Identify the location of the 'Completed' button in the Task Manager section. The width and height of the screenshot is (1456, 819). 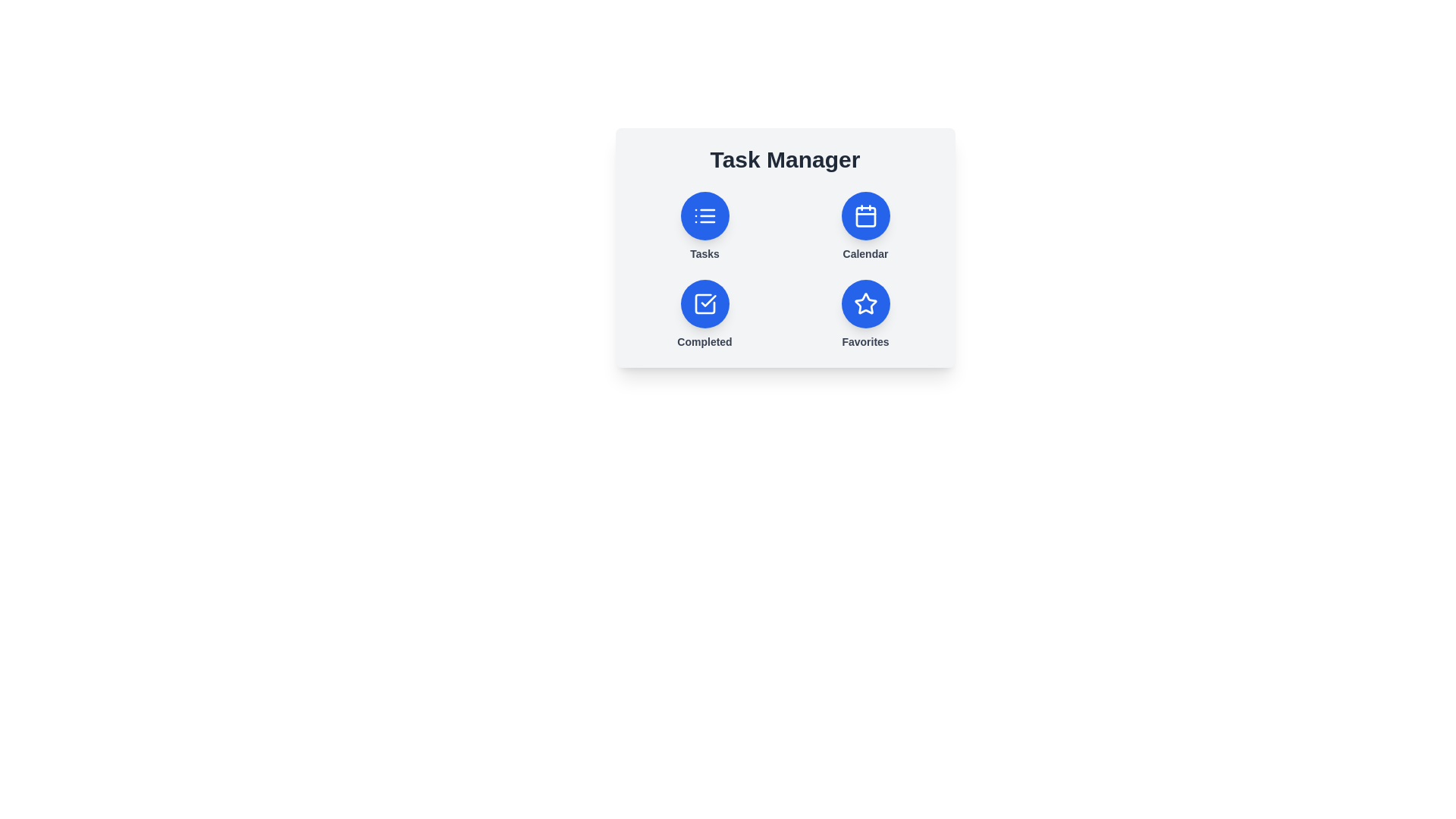
(704, 314).